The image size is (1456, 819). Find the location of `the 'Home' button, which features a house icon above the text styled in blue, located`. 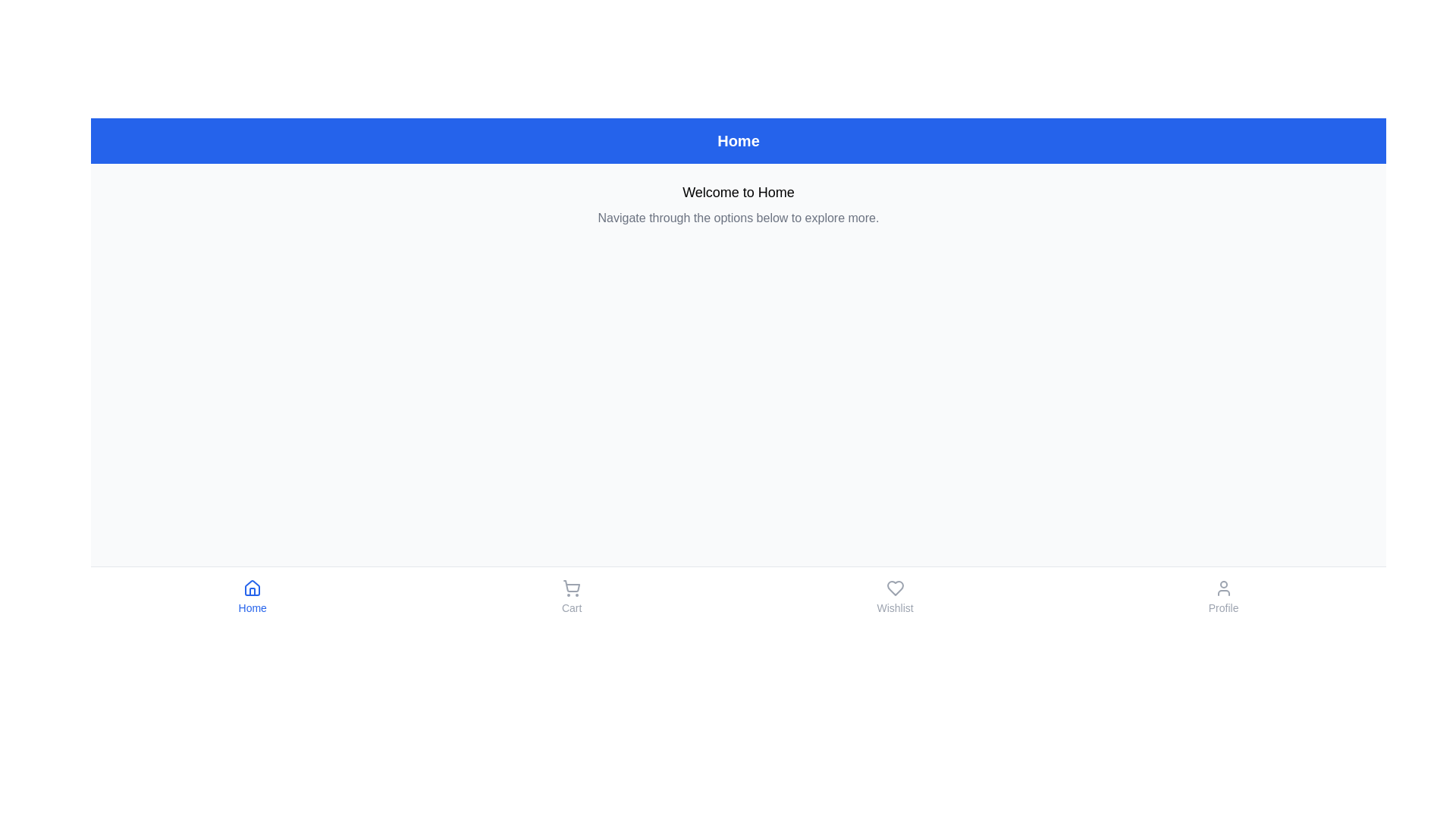

the 'Home' button, which features a house icon above the text styled in blue, located is located at coordinates (252, 596).